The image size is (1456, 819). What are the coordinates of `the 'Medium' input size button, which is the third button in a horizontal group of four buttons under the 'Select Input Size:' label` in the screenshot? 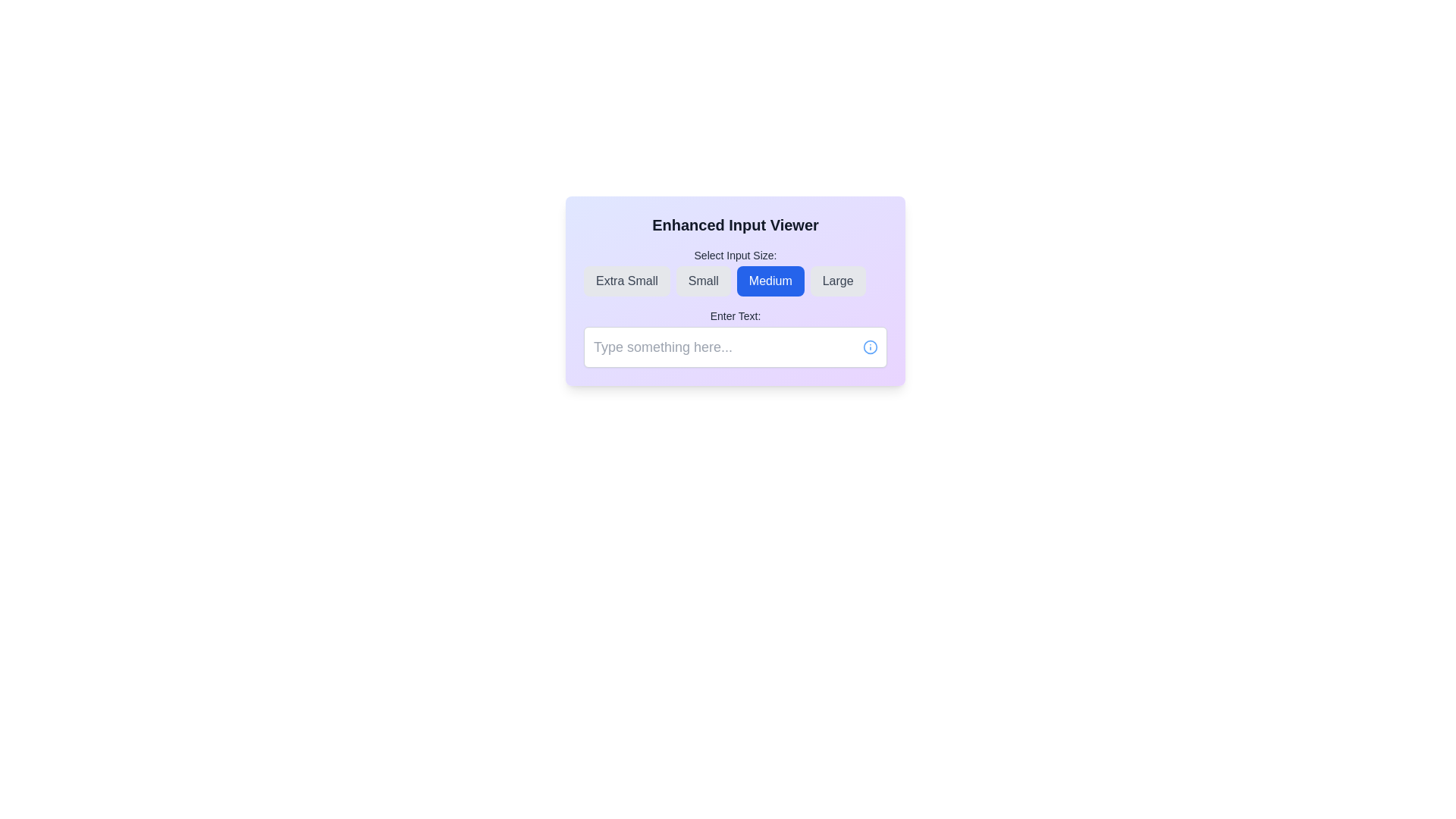 It's located at (770, 281).